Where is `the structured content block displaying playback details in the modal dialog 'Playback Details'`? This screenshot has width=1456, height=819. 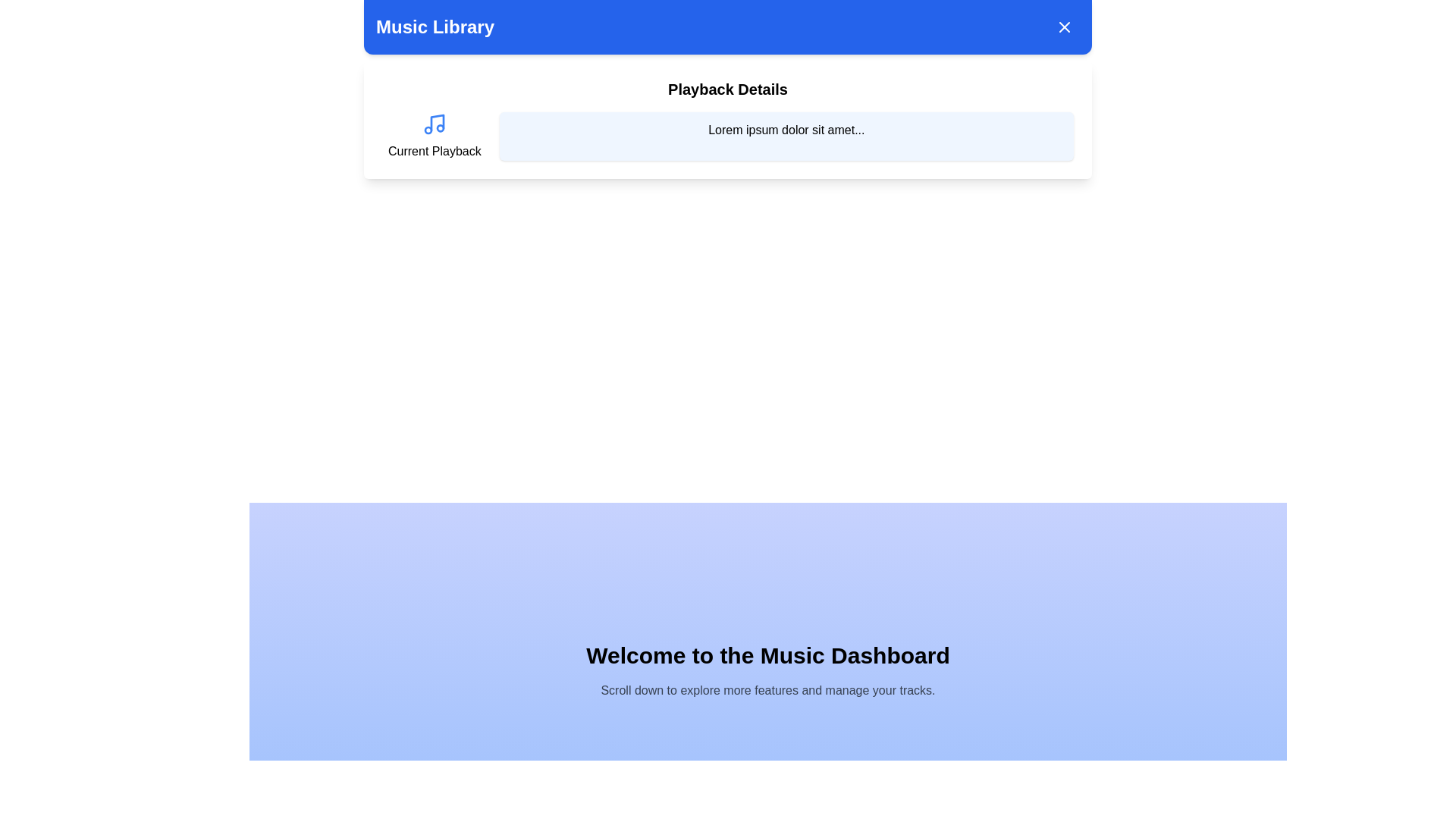 the structured content block displaying playback details in the modal dialog 'Playback Details' is located at coordinates (728, 136).